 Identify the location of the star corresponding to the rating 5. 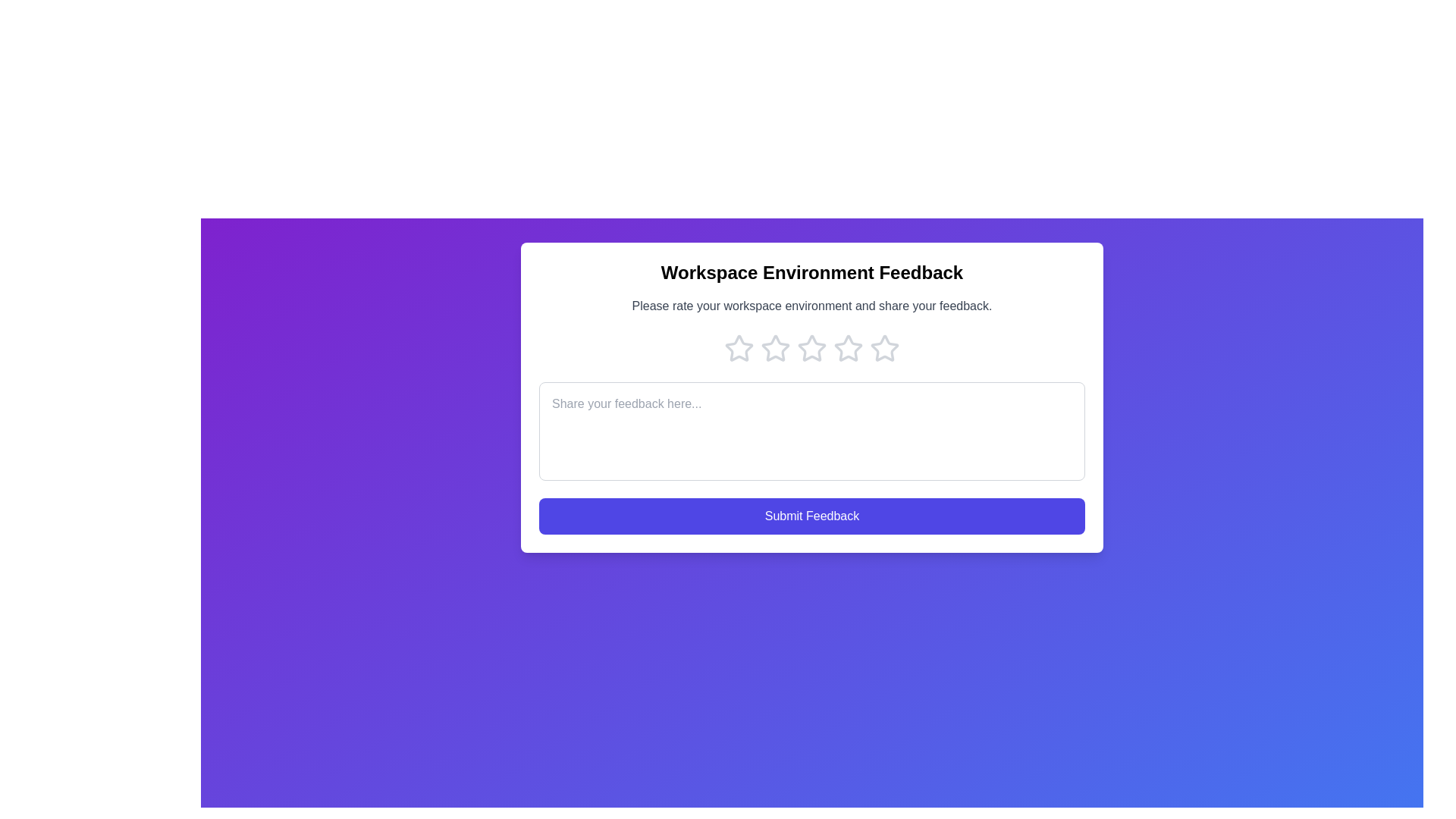
(884, 348).